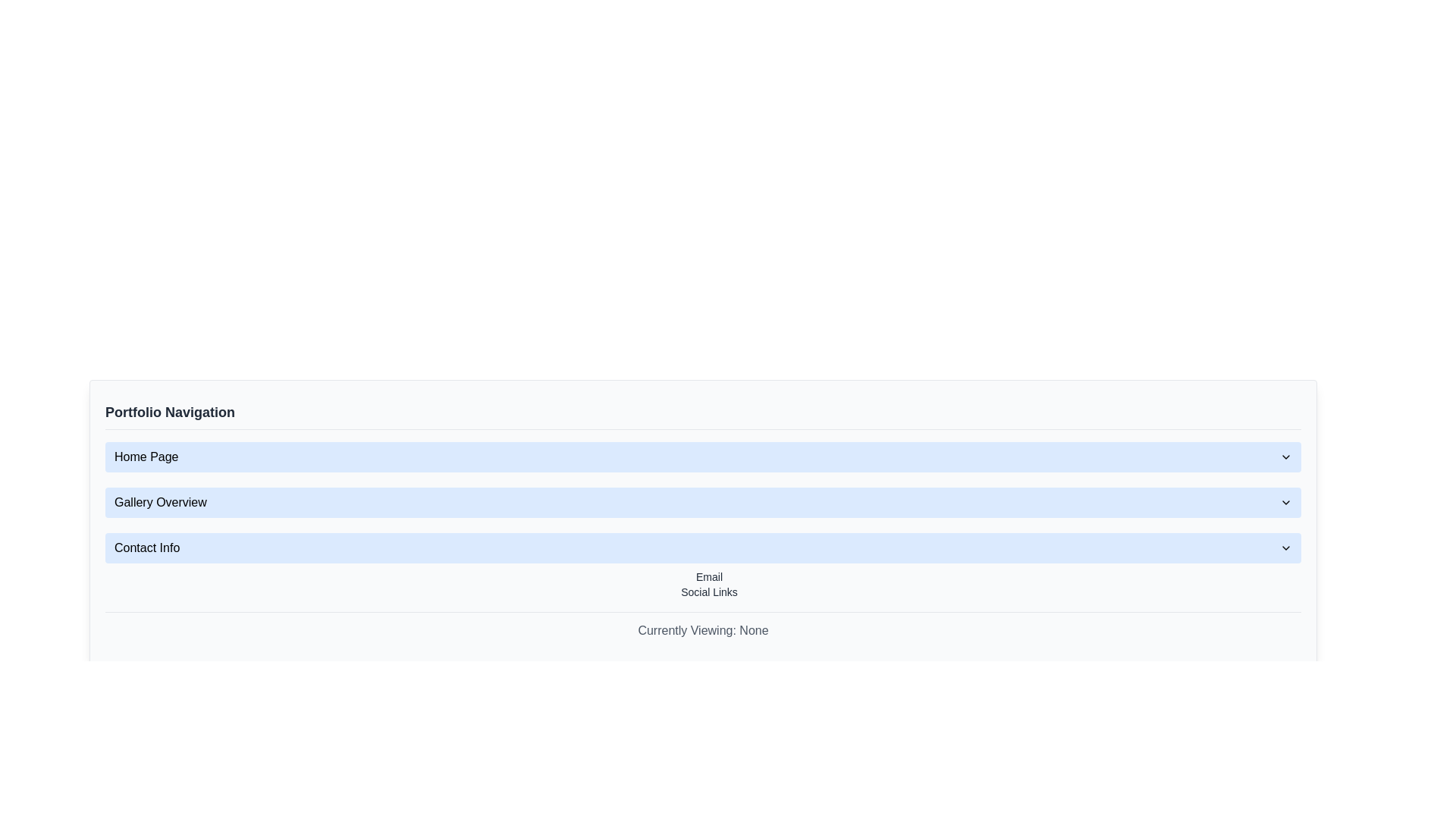 The width and height of the screenshot is (1456, 819). I want to click on the 'Email' hyperlink, so click(708, 576).